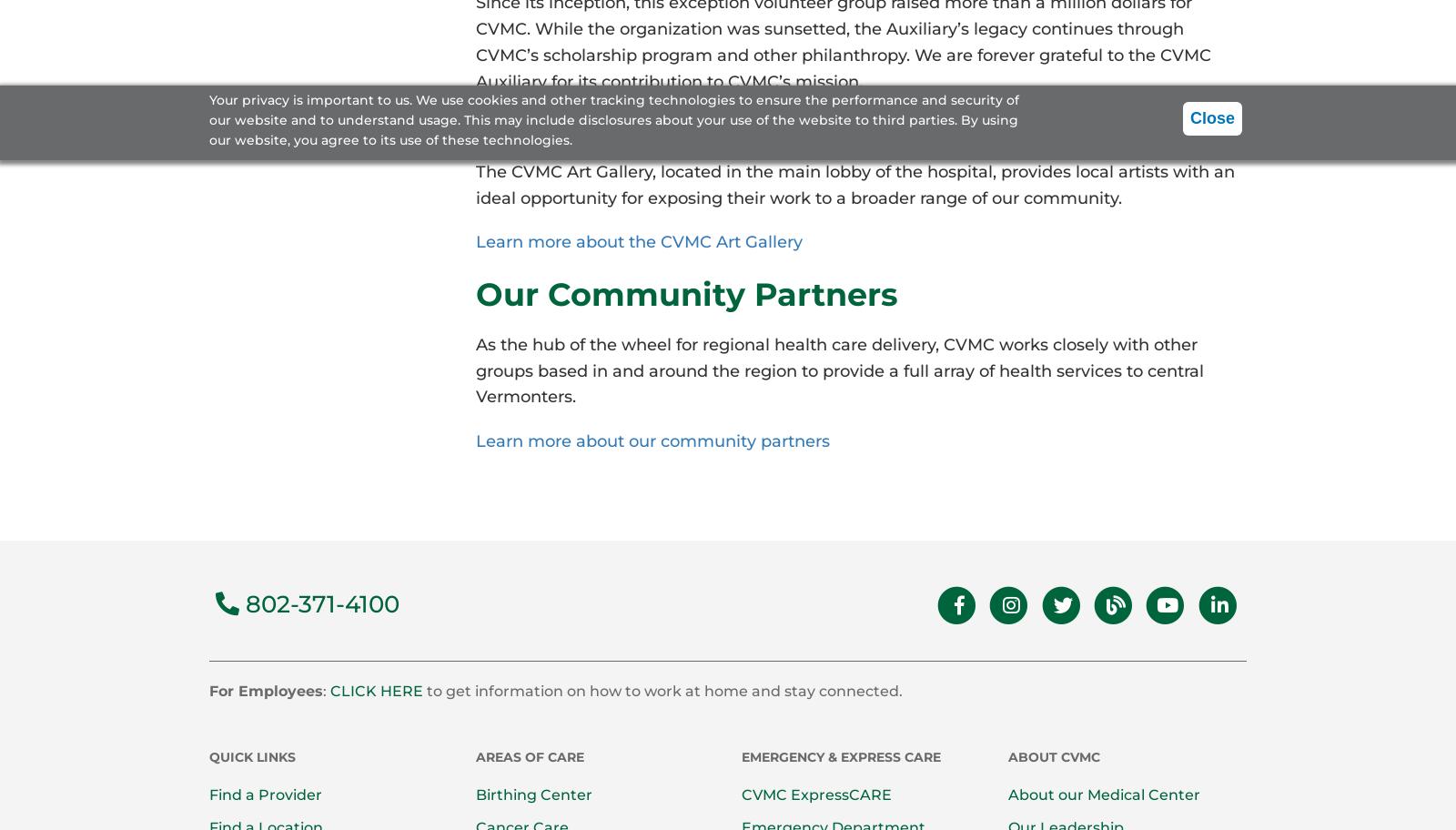 The image size is (1456, 830). What do you see at coordinates (1102, 795) in the screenshot?
I see `'About our Medical Center'` at bounding box center [1102, 795].